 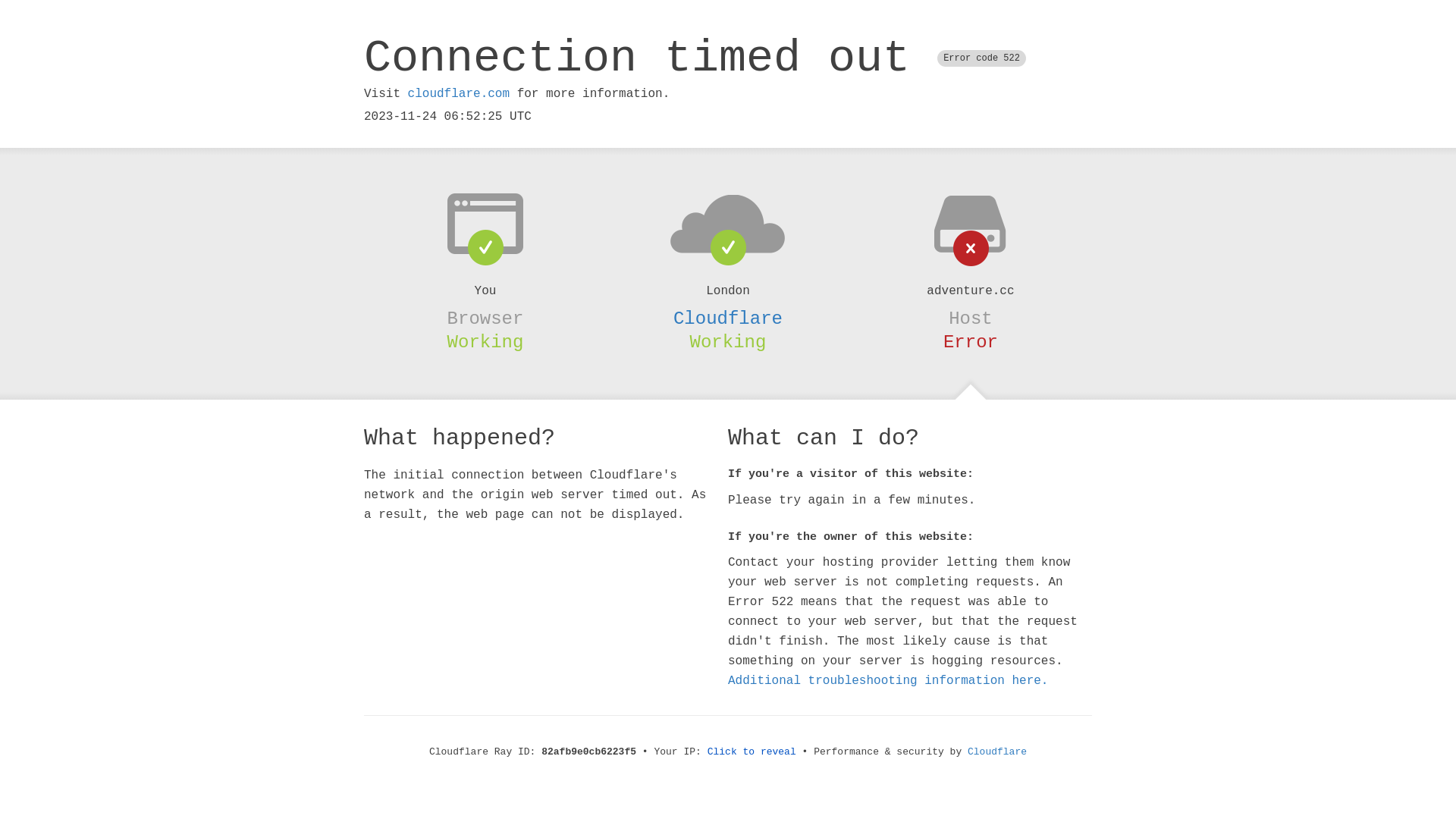 I want to click on 'cloudflare.com', so click(x=457, y=93).